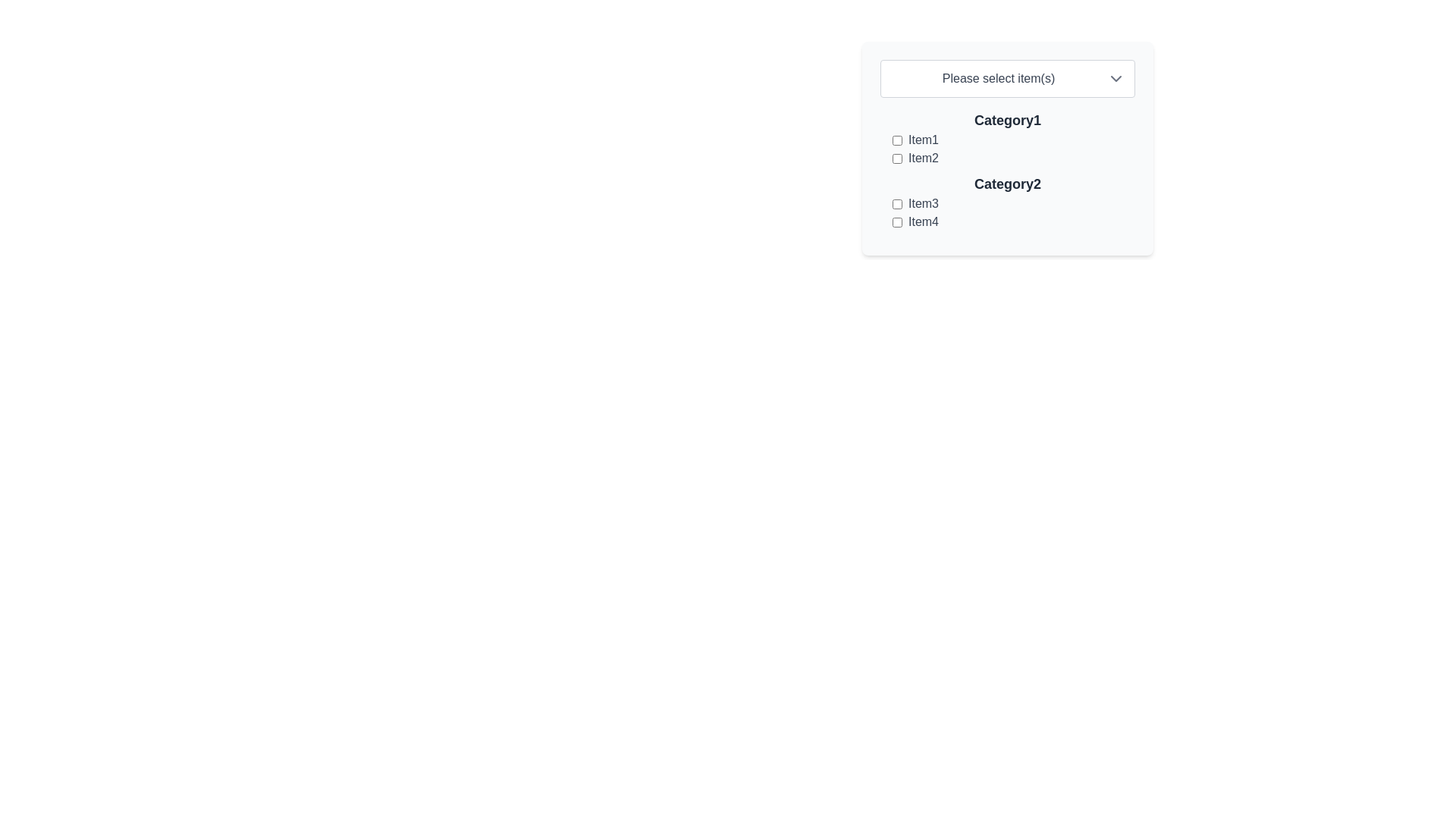 This screenshot has width=1456, height=819. Describe the element at coordinates (1008, 79) in the screenshot. I see `the Dropdown menu trigger located at the top of the light gray box` at that location.